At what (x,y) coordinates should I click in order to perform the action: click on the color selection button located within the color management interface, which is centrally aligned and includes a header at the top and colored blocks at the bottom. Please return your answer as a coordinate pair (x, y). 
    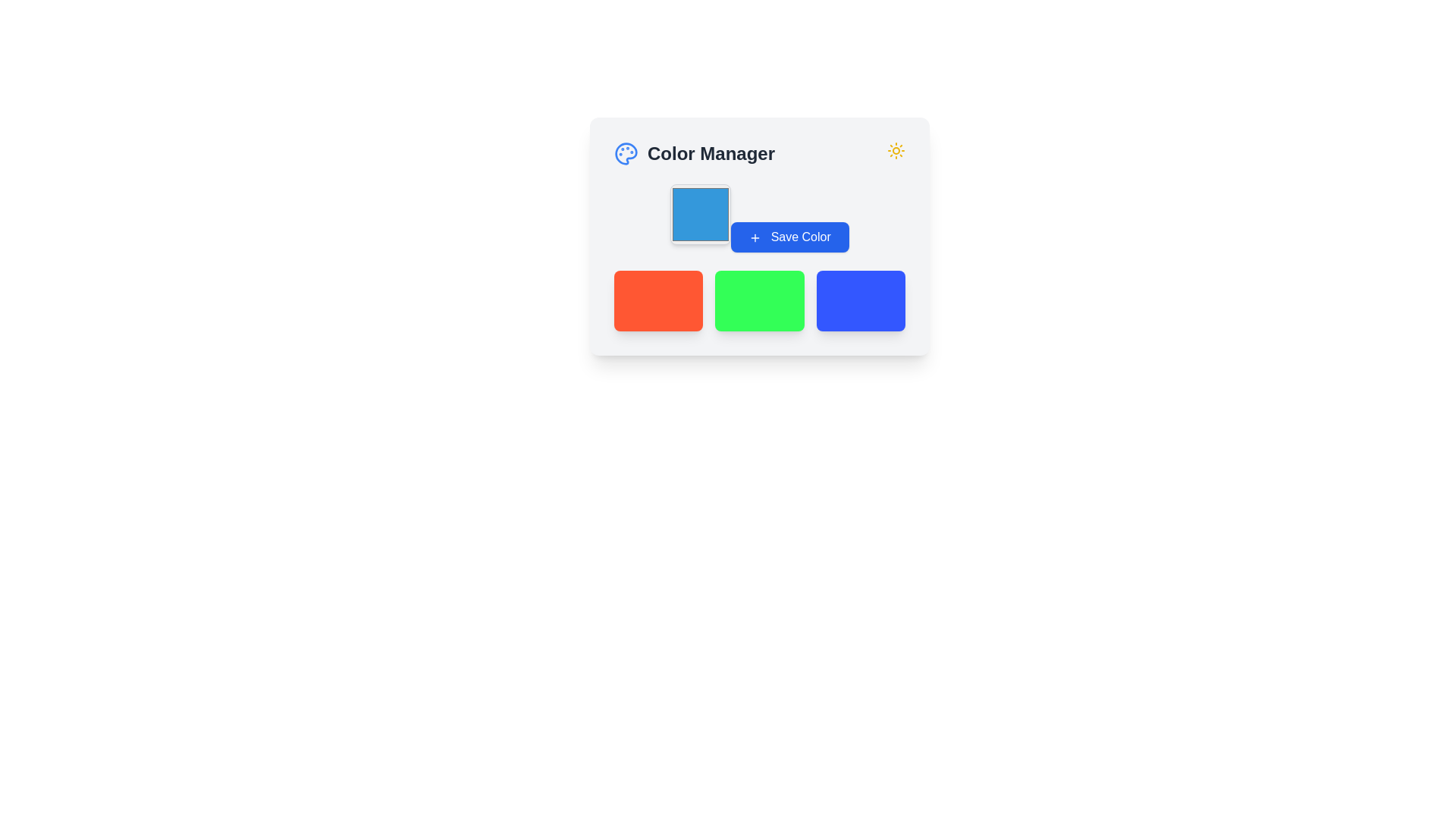
    Looking at the image, I should click on (760, 237).